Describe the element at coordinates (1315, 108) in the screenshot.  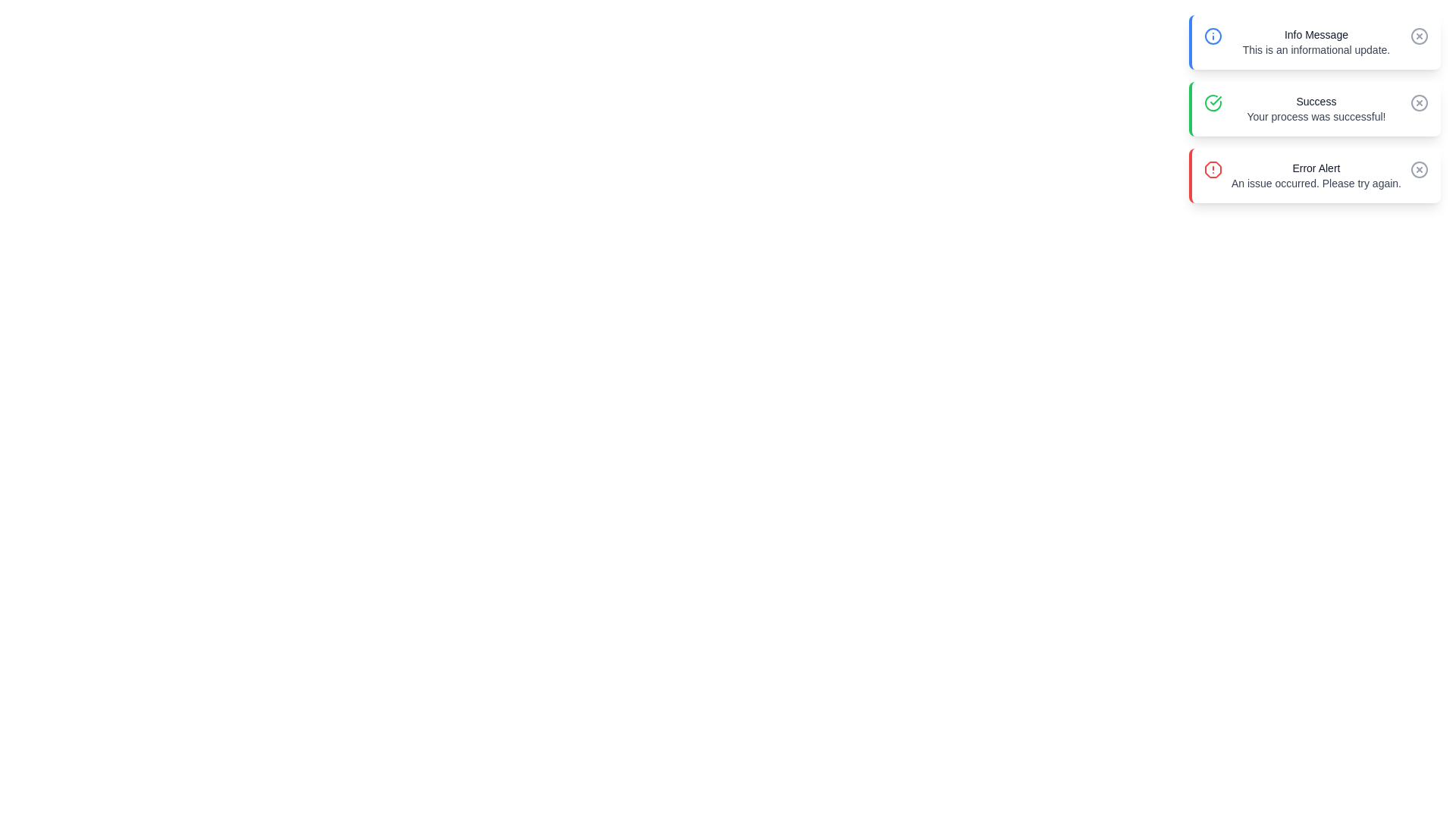
I see `the notification component displaying 'Success' with a green left border, located in the top right of the interface` at that location.